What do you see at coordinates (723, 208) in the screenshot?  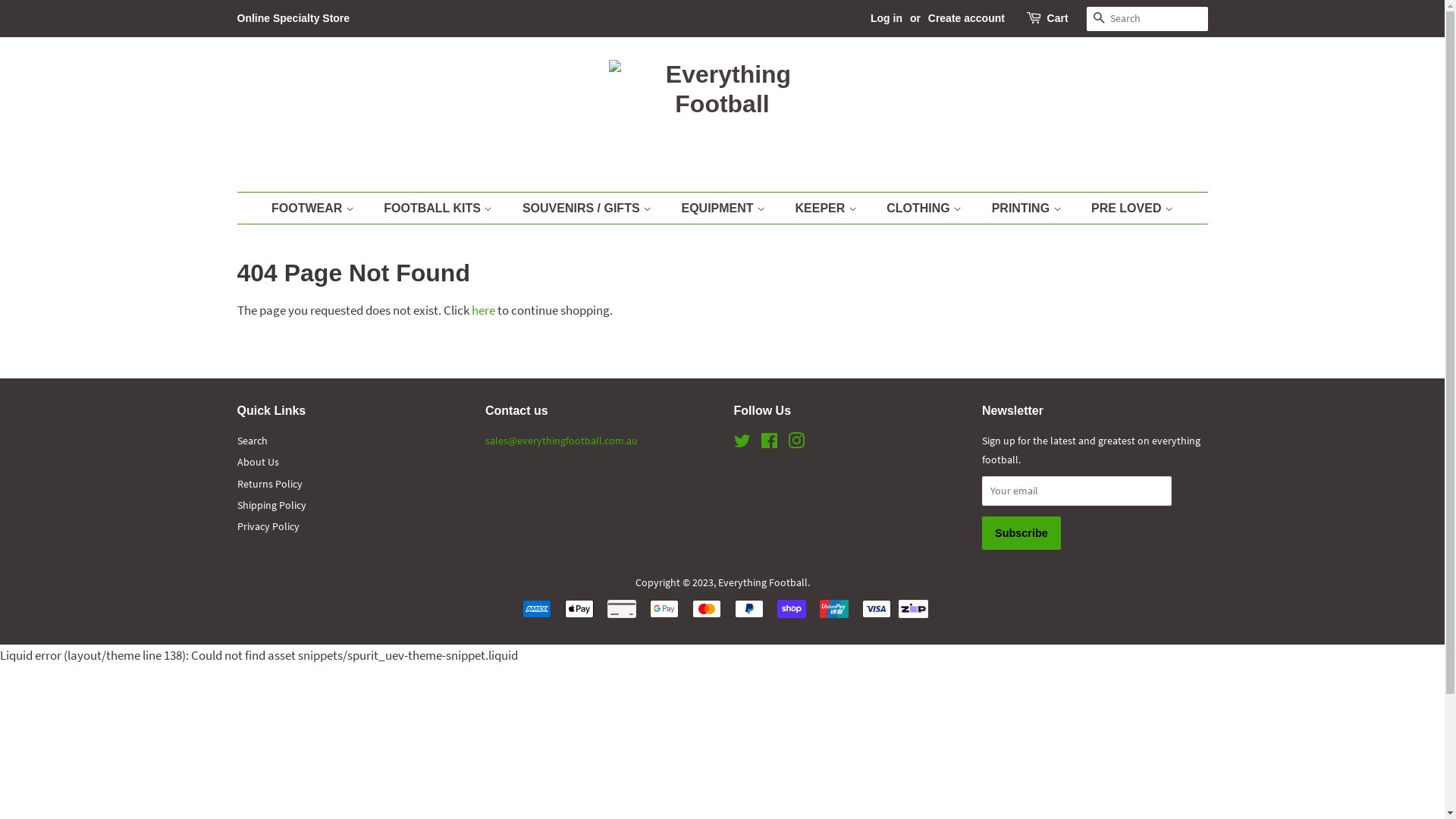 I see `'EQUIPMENT'` at bounding box center [723, 208].